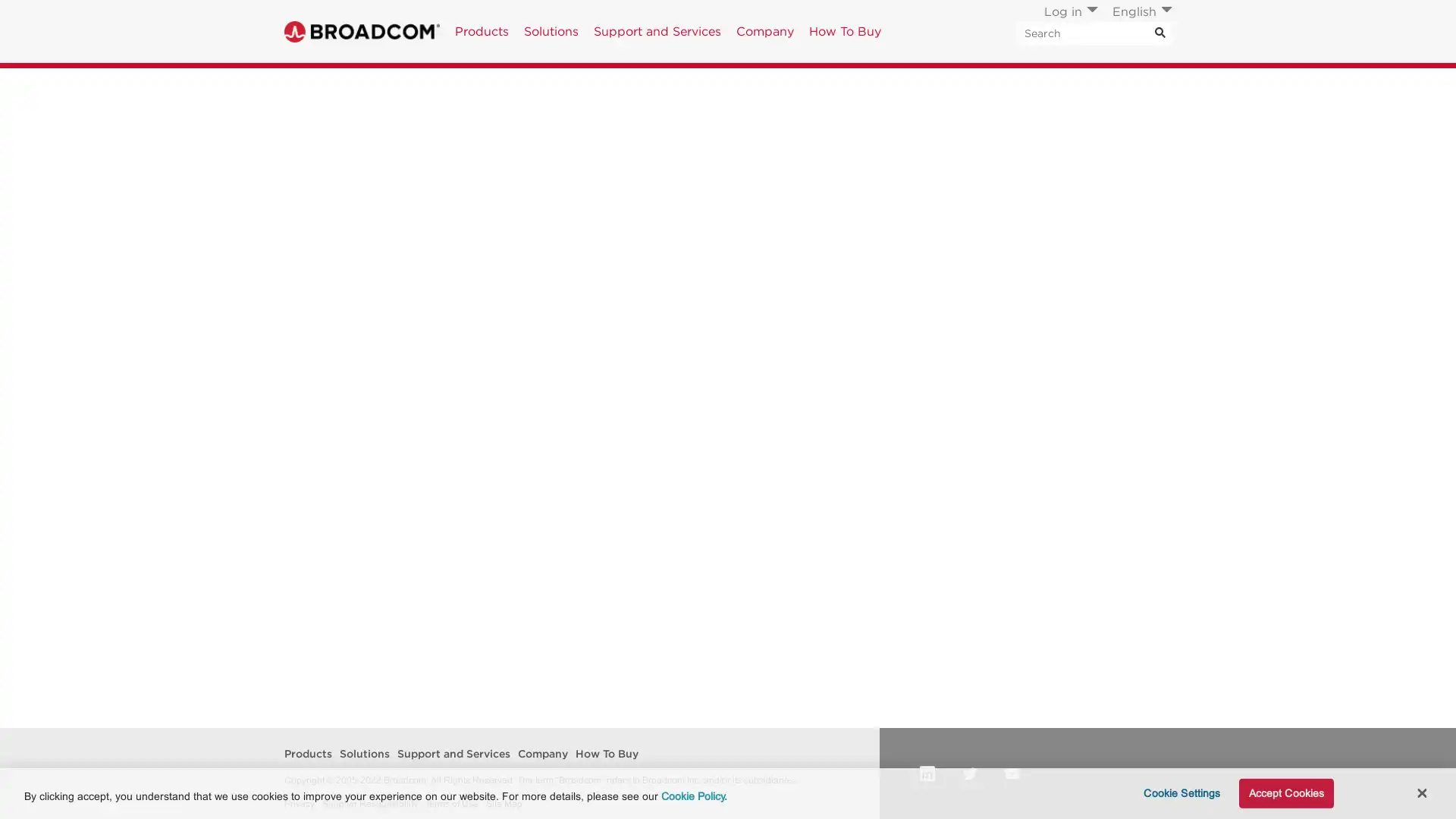 The image size is (1456, 819). I want to click on How To Buy, so click(844, 31).